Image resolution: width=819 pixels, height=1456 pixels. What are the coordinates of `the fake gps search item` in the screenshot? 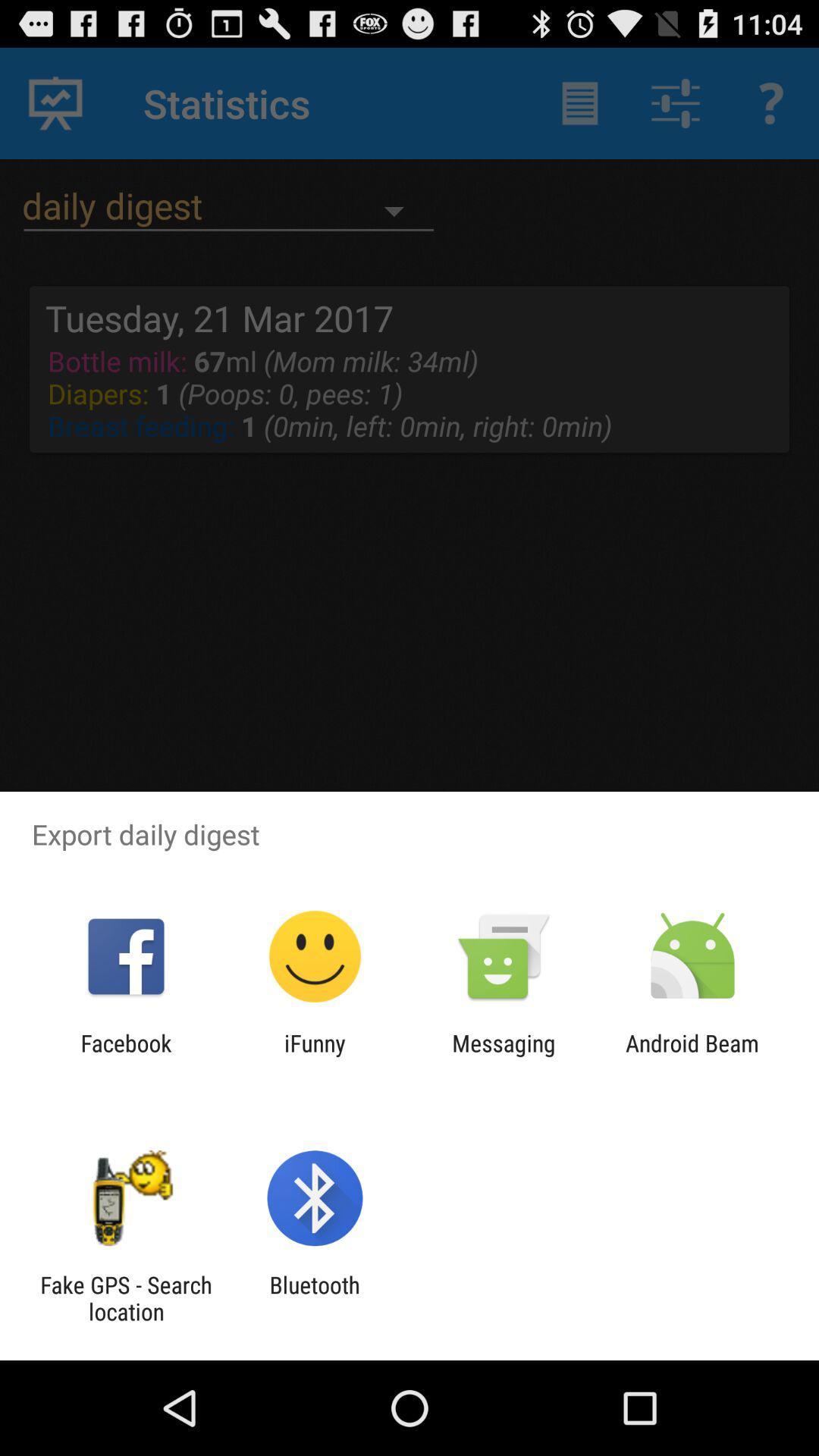 It's located at (125, 1298).